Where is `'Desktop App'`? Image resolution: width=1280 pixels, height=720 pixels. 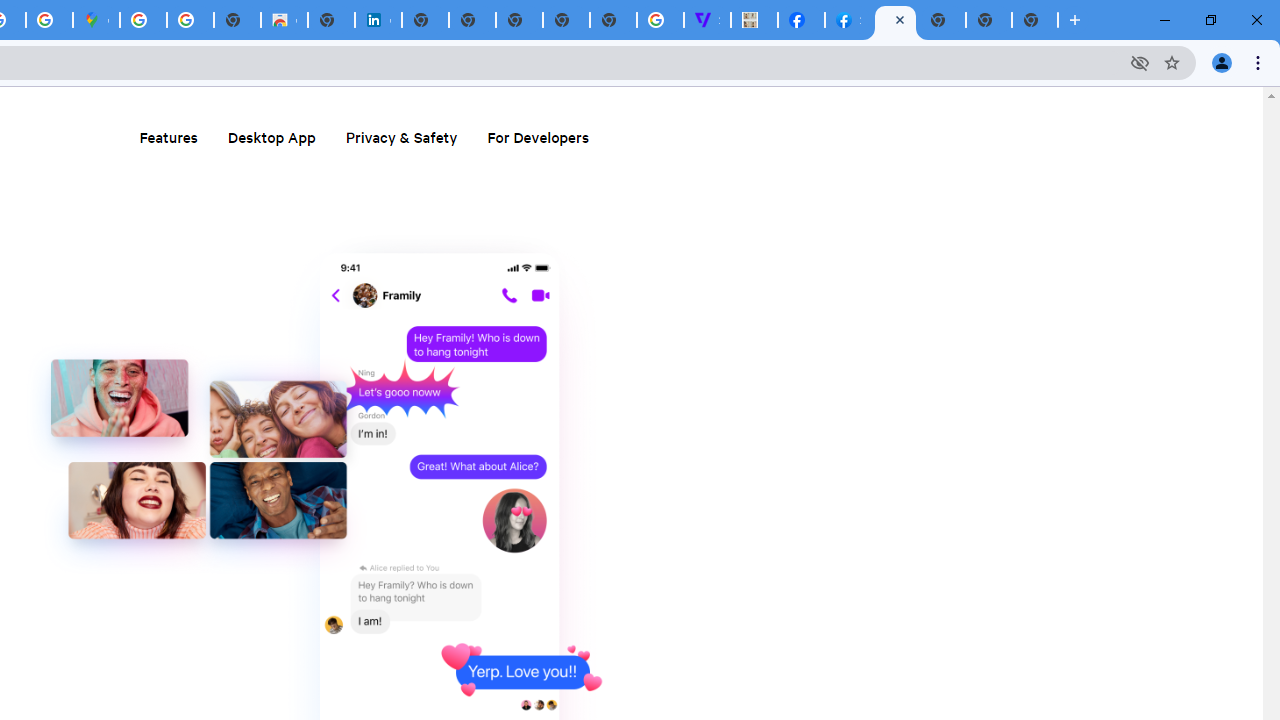
'Desktop App' is located at coordinates (270, 135).